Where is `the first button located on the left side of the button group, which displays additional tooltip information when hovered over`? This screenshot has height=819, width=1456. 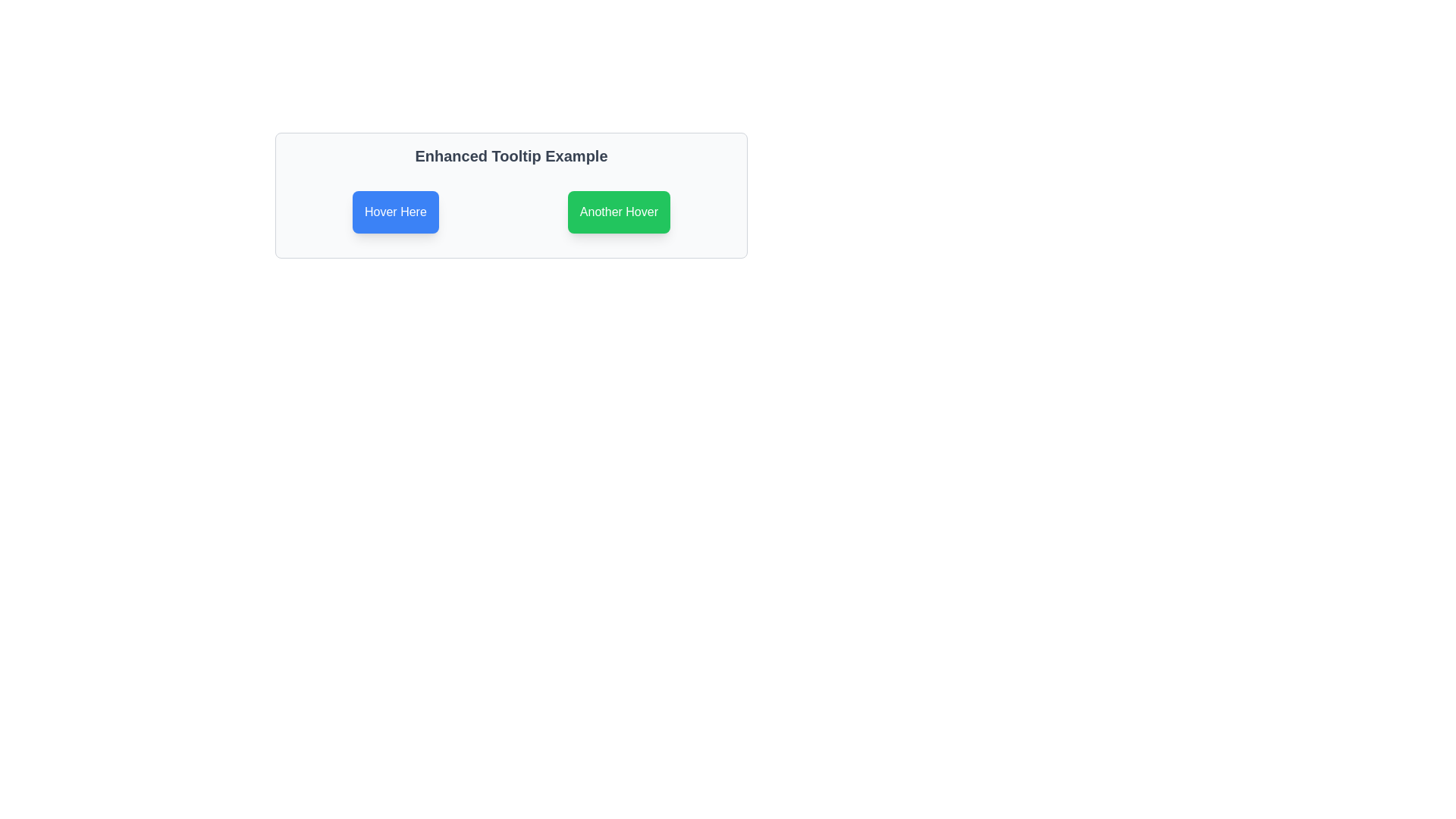 the first button located on the left side of the button group, which displays additional tooltip information when hovered over is located at coordinates (395, 212).